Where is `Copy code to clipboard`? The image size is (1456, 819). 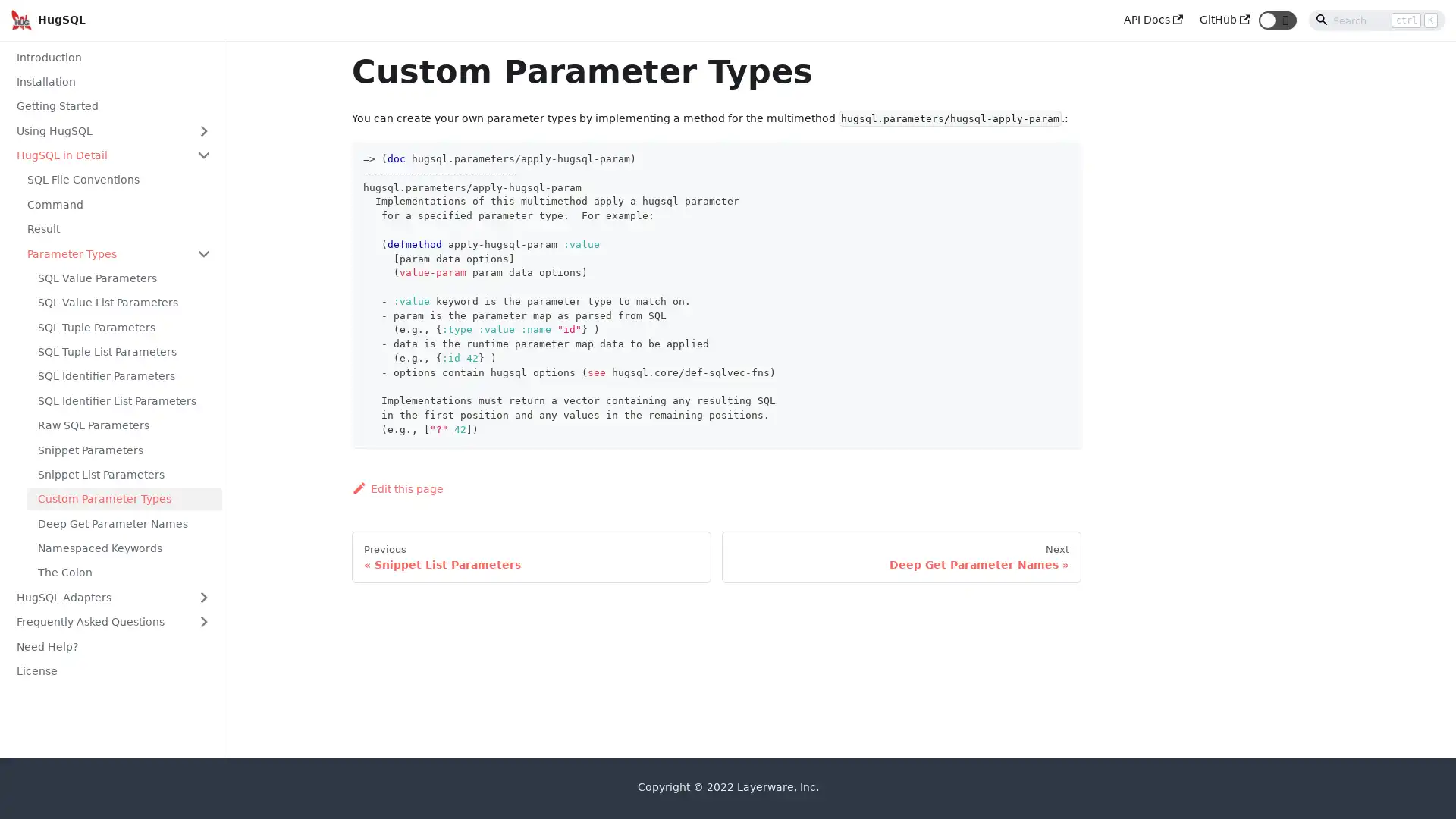
Copy code to clipboard is located at coordinates (1056, 156).